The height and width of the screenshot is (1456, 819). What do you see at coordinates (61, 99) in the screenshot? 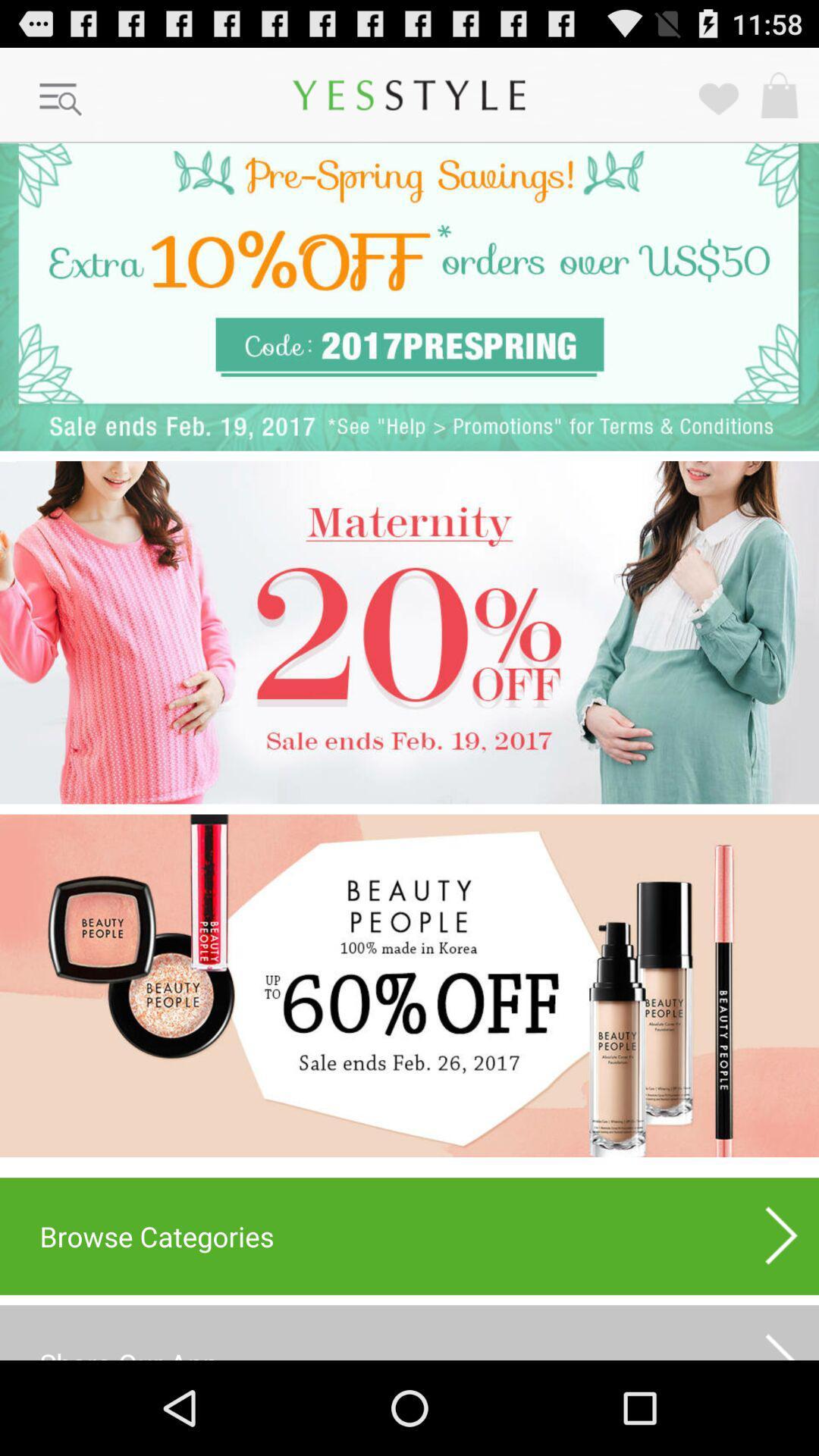
I see `open menu` at bounding box center [61, 99].